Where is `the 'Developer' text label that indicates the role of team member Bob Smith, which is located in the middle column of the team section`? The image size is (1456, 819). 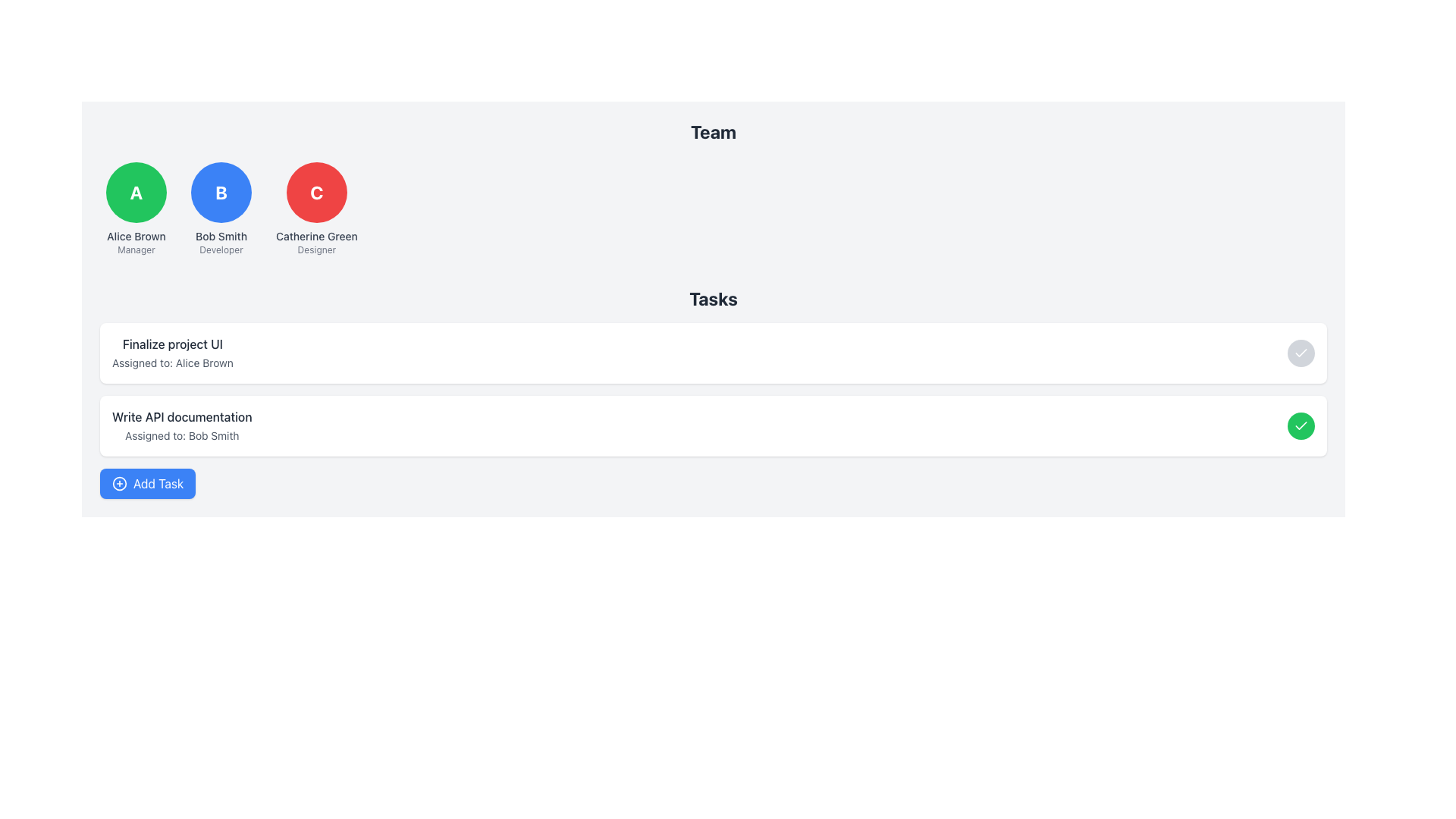
the 'Developer' text label that indicates the role of team member Bob Smith, which is located in the middle column of the team section is located at coordinates (221, 249).